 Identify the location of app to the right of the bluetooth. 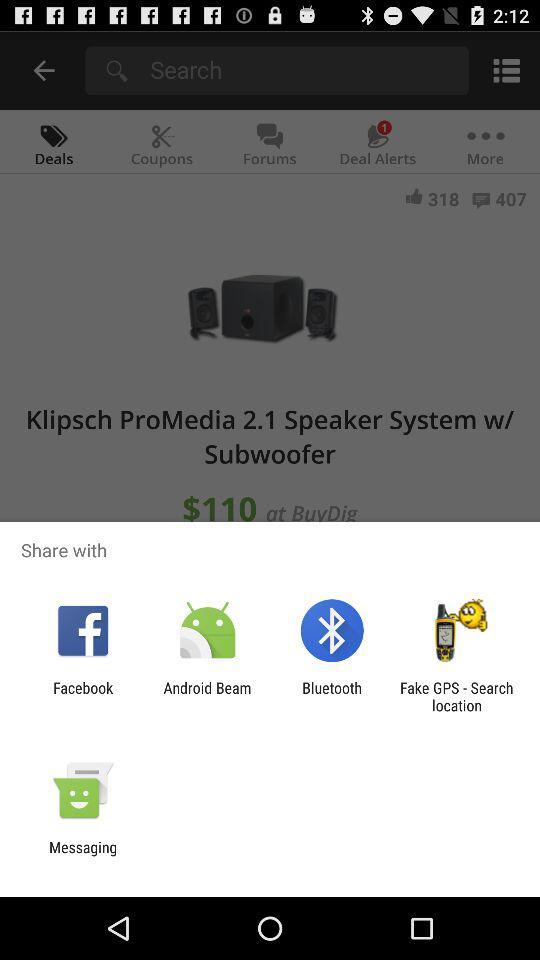
(456, 696).